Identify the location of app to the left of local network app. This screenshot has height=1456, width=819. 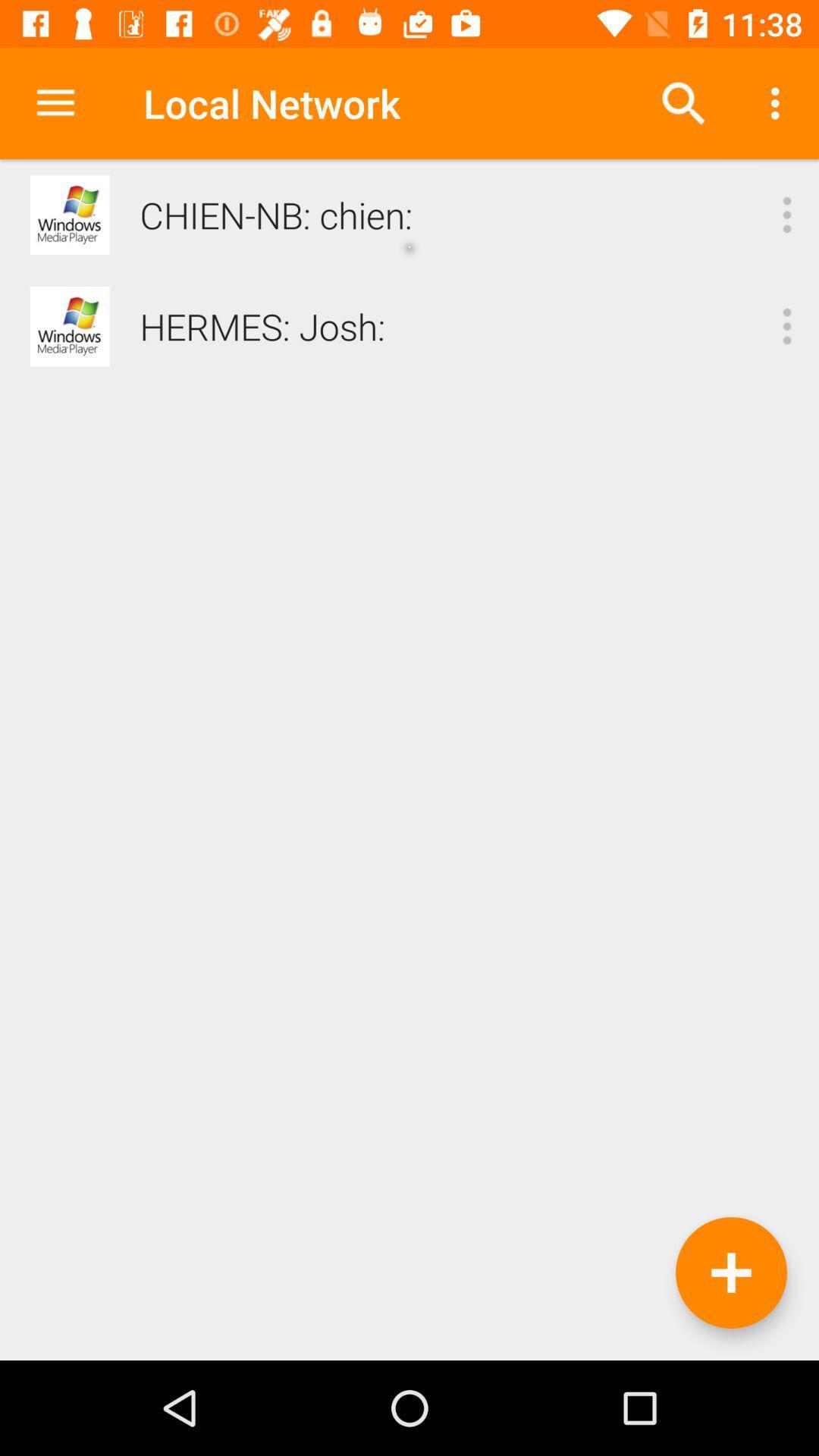
(55, 102).